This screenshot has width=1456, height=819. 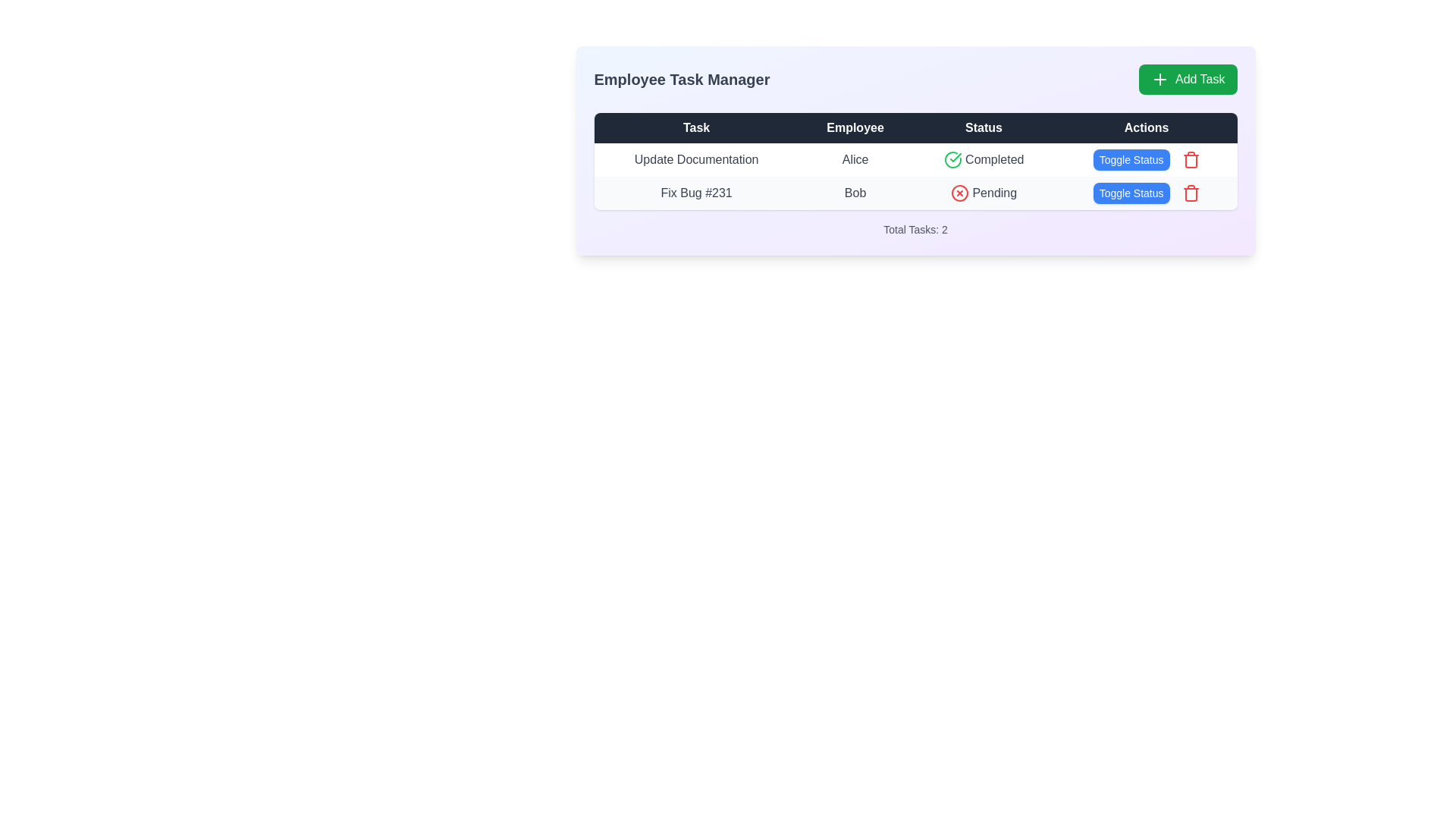 I want to click on the text label 'Employee', which is the second column header of a table, positioned between 'Task' and 'Status', so click(x=855, y=127).